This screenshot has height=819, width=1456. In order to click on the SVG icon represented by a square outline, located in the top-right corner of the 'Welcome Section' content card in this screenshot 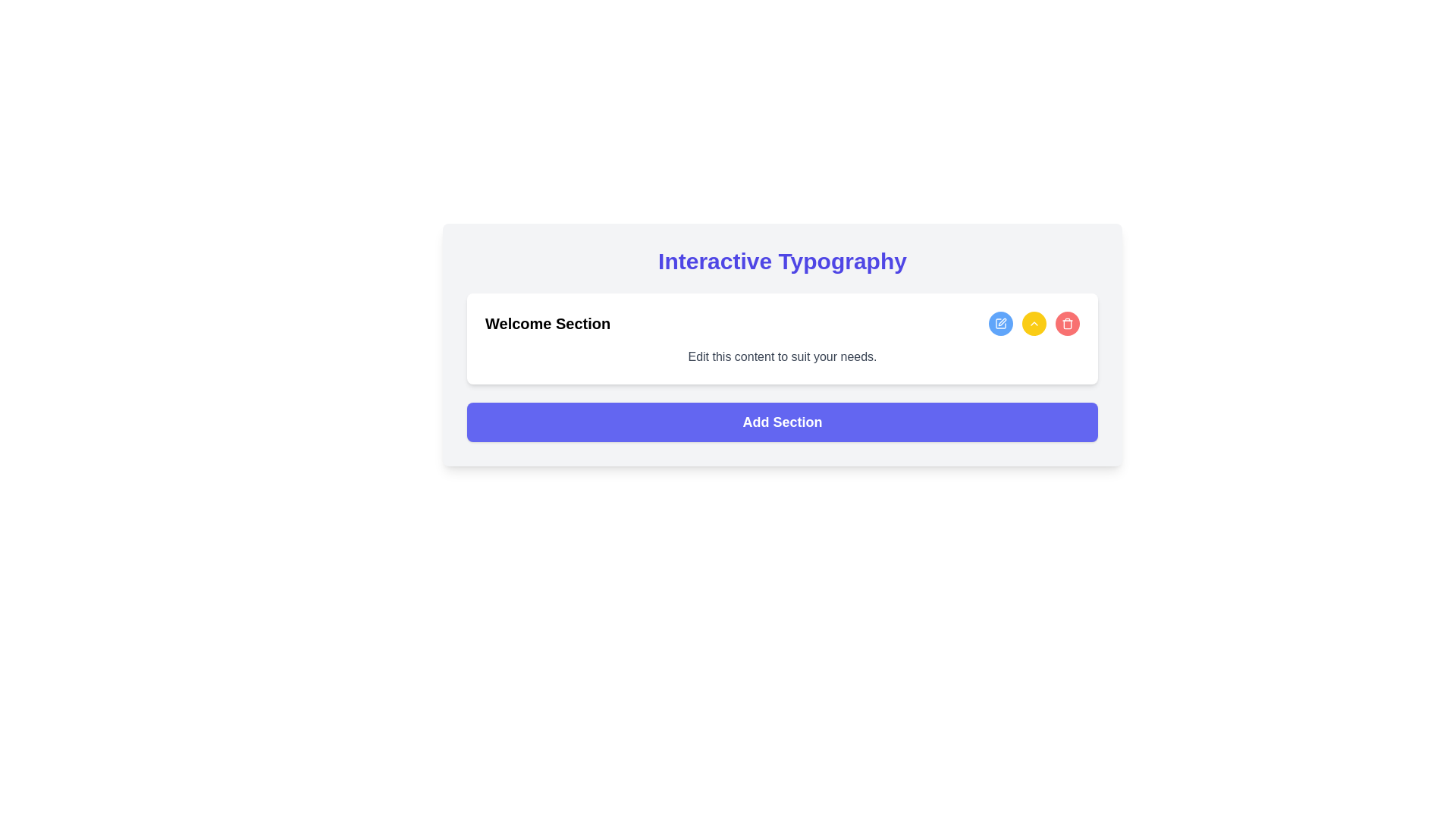, I will do `click(1001, 323)`.